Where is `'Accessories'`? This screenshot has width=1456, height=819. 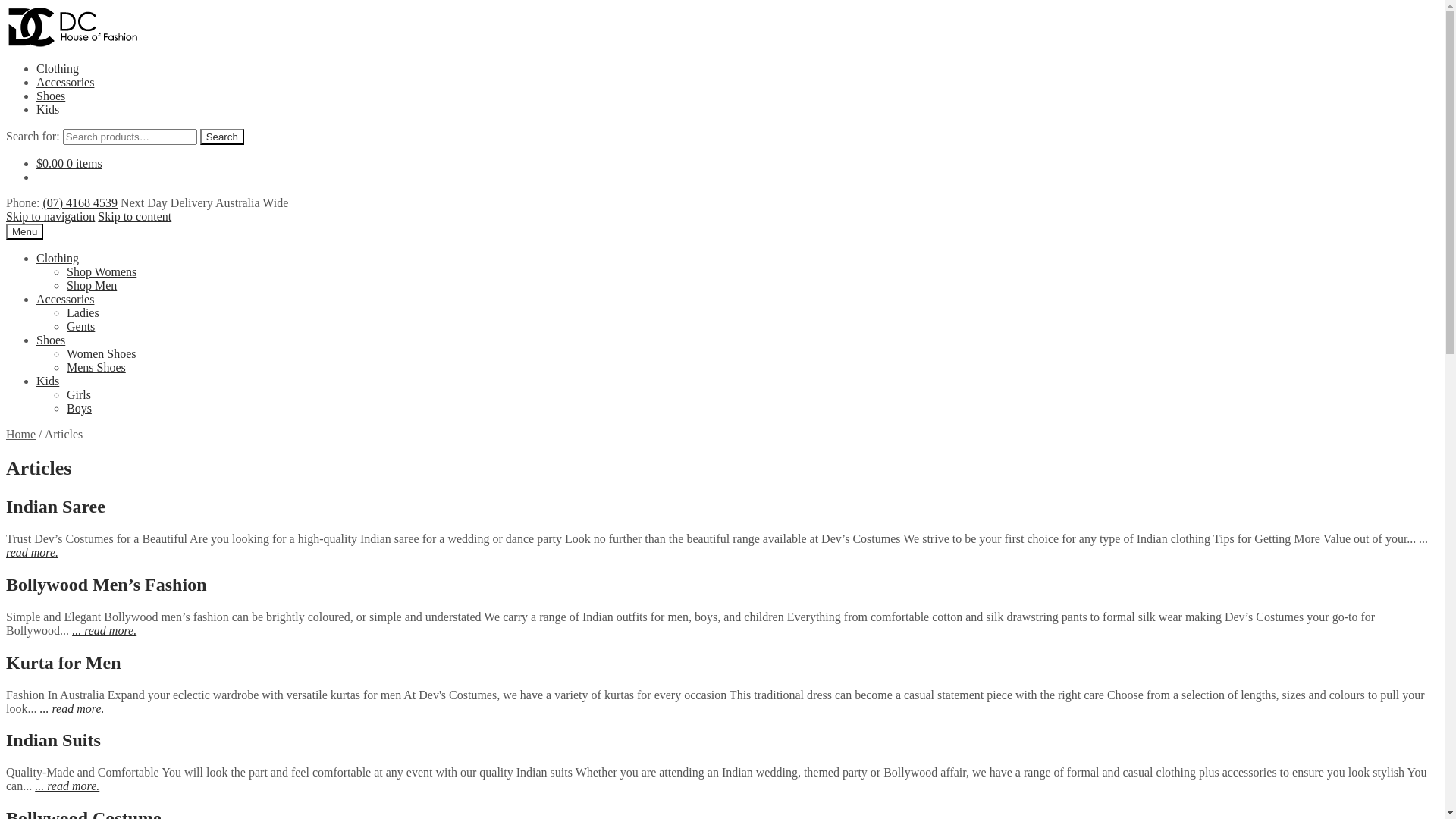 'Accessories' is located at coordinates (64, 82).